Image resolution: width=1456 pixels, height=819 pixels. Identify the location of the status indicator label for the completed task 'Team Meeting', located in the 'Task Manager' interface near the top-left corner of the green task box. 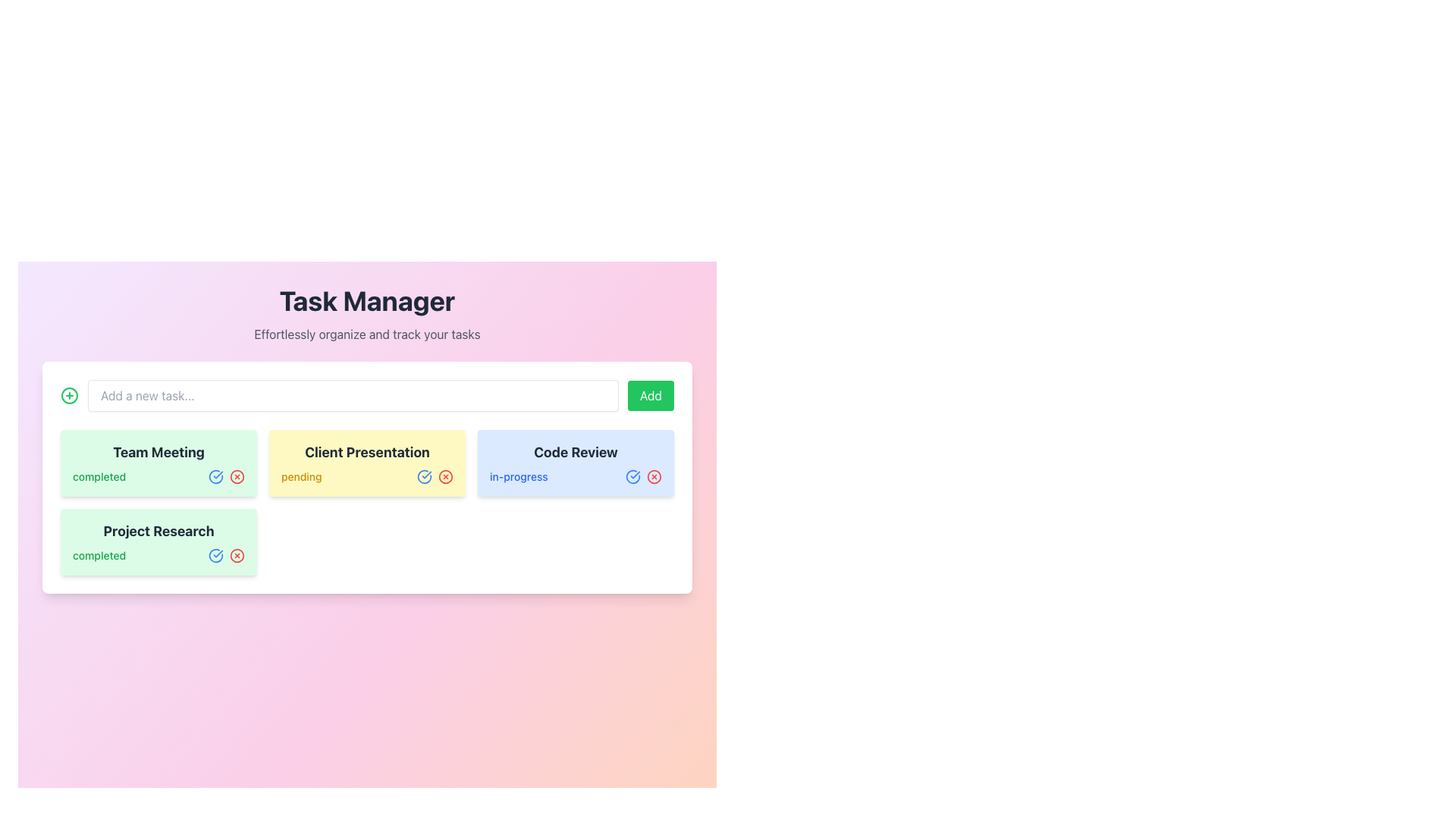
(99, 475).